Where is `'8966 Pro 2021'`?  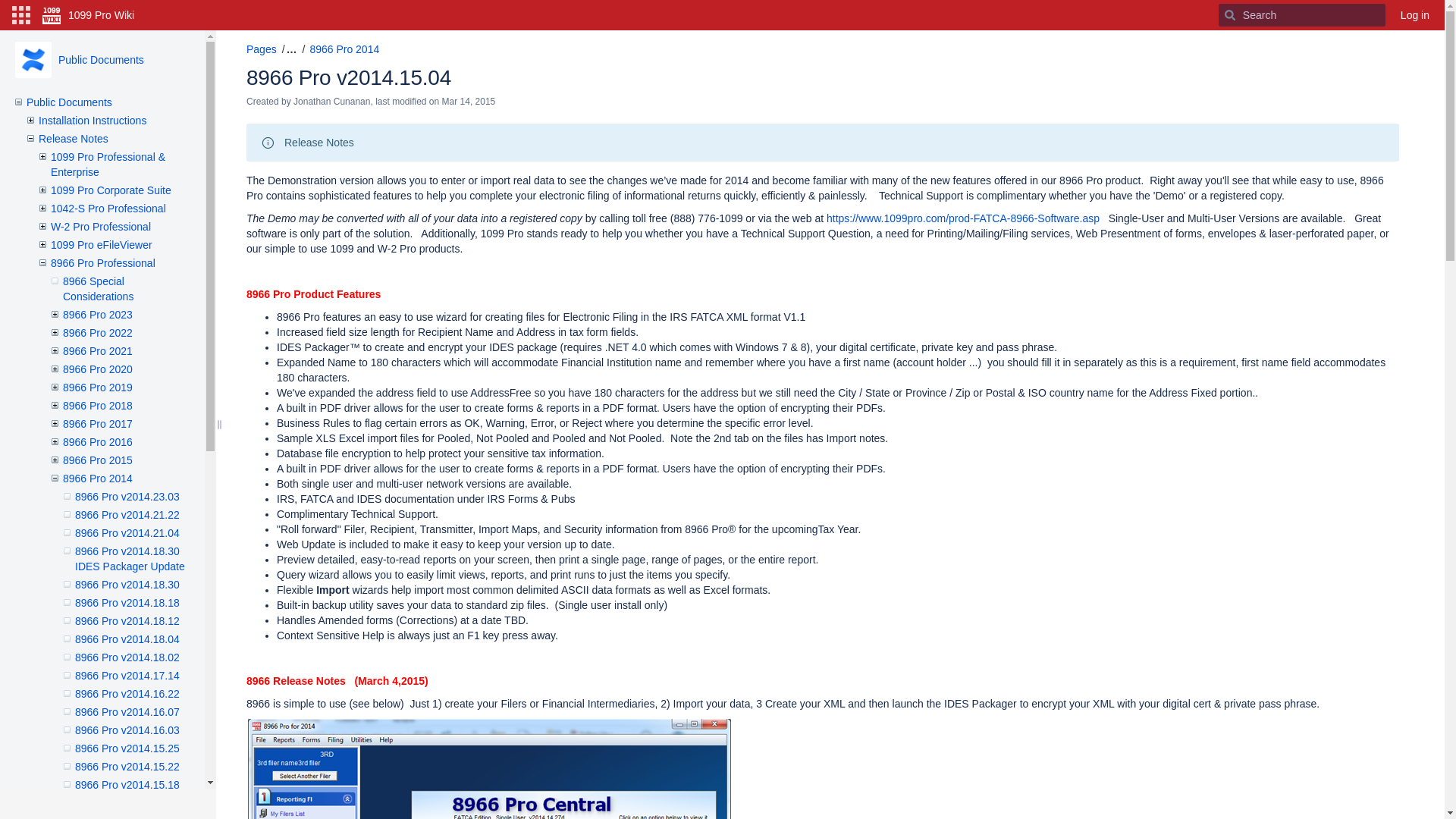 '8966 Pro 2021' is located at coordinates (97, 350).